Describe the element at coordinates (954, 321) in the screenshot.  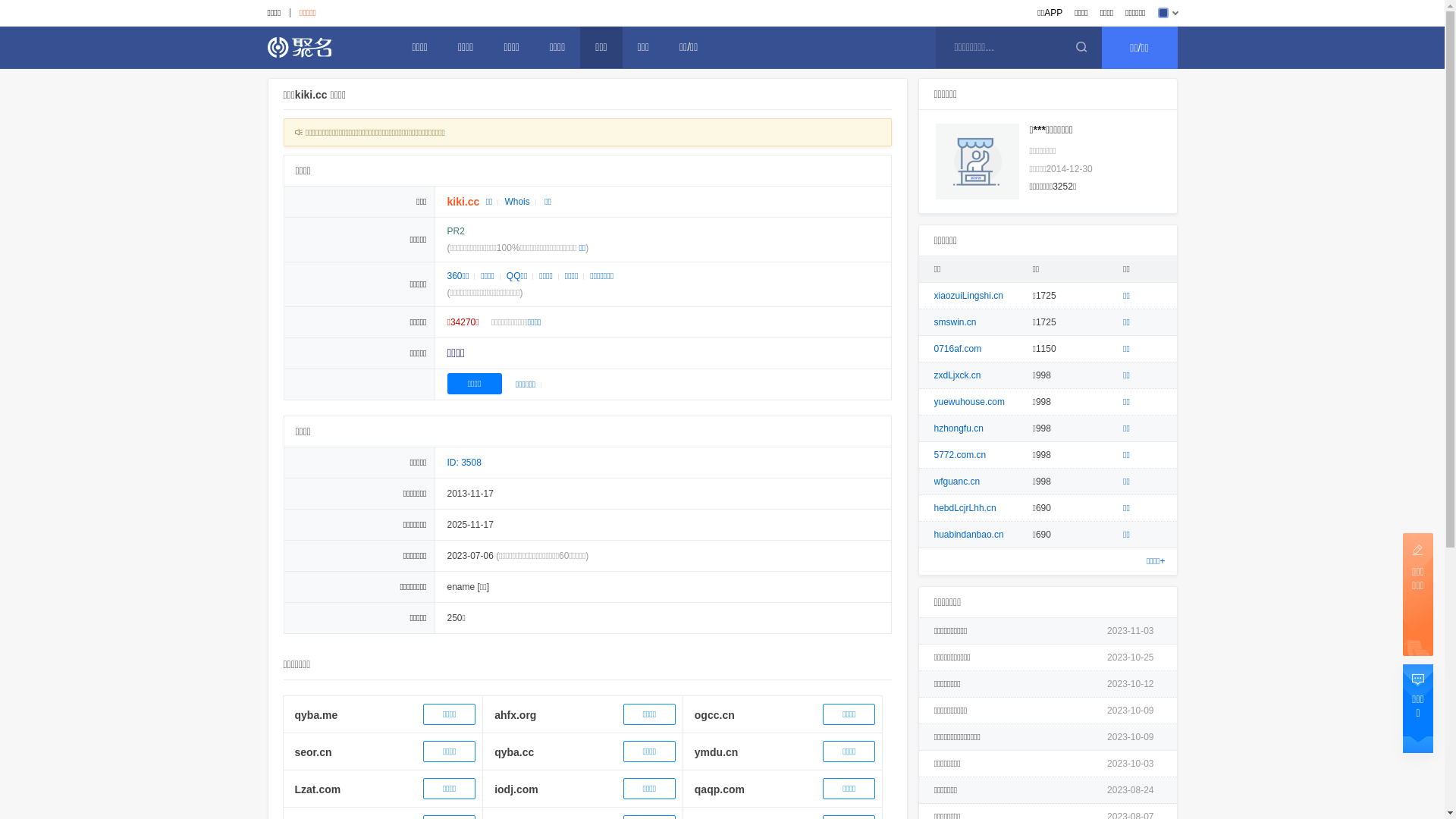
I see `'smswin.cn'` at that location.